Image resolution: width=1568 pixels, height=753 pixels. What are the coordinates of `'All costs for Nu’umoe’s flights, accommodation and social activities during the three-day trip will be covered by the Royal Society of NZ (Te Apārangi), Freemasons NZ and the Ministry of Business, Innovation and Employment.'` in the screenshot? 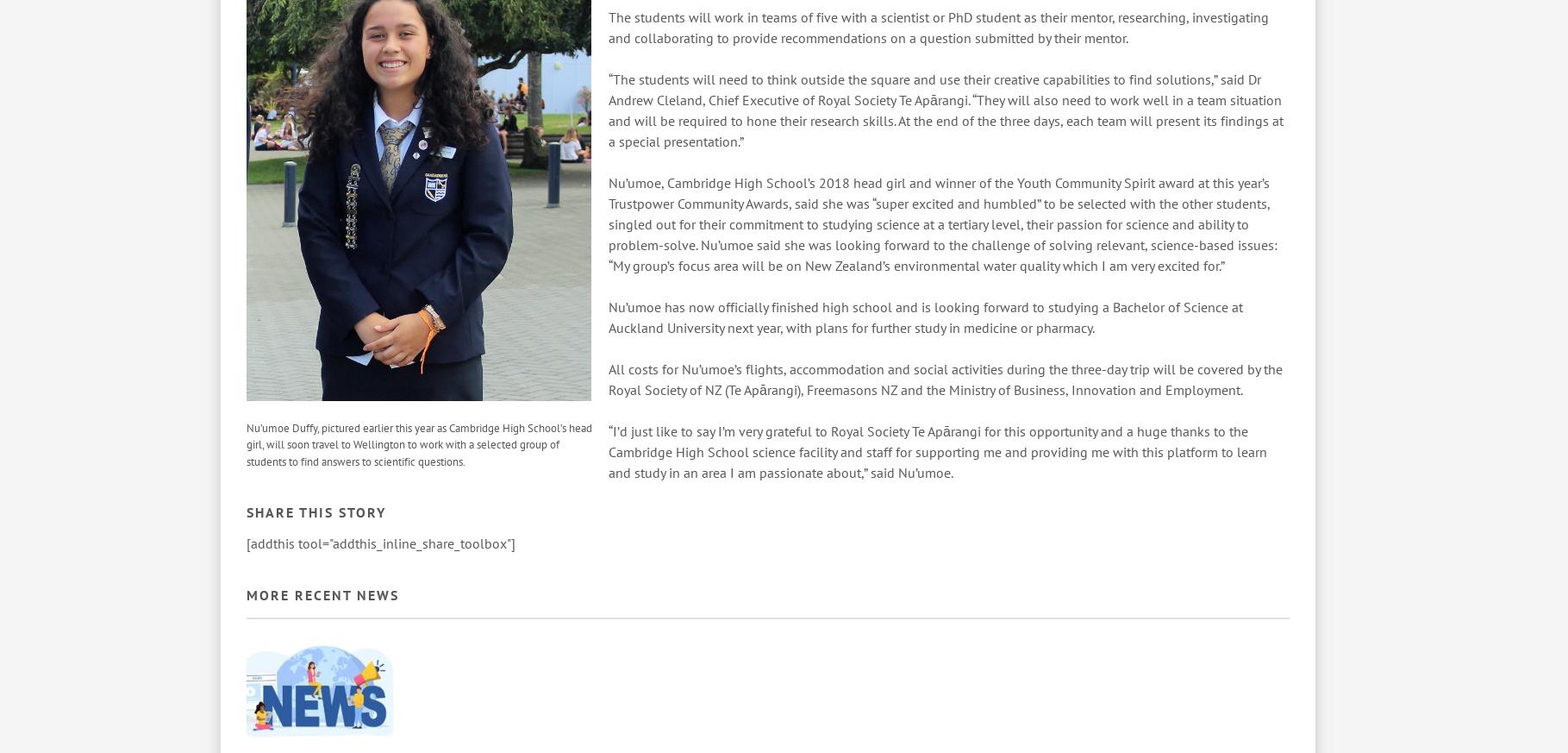 It's located at (945, 379).